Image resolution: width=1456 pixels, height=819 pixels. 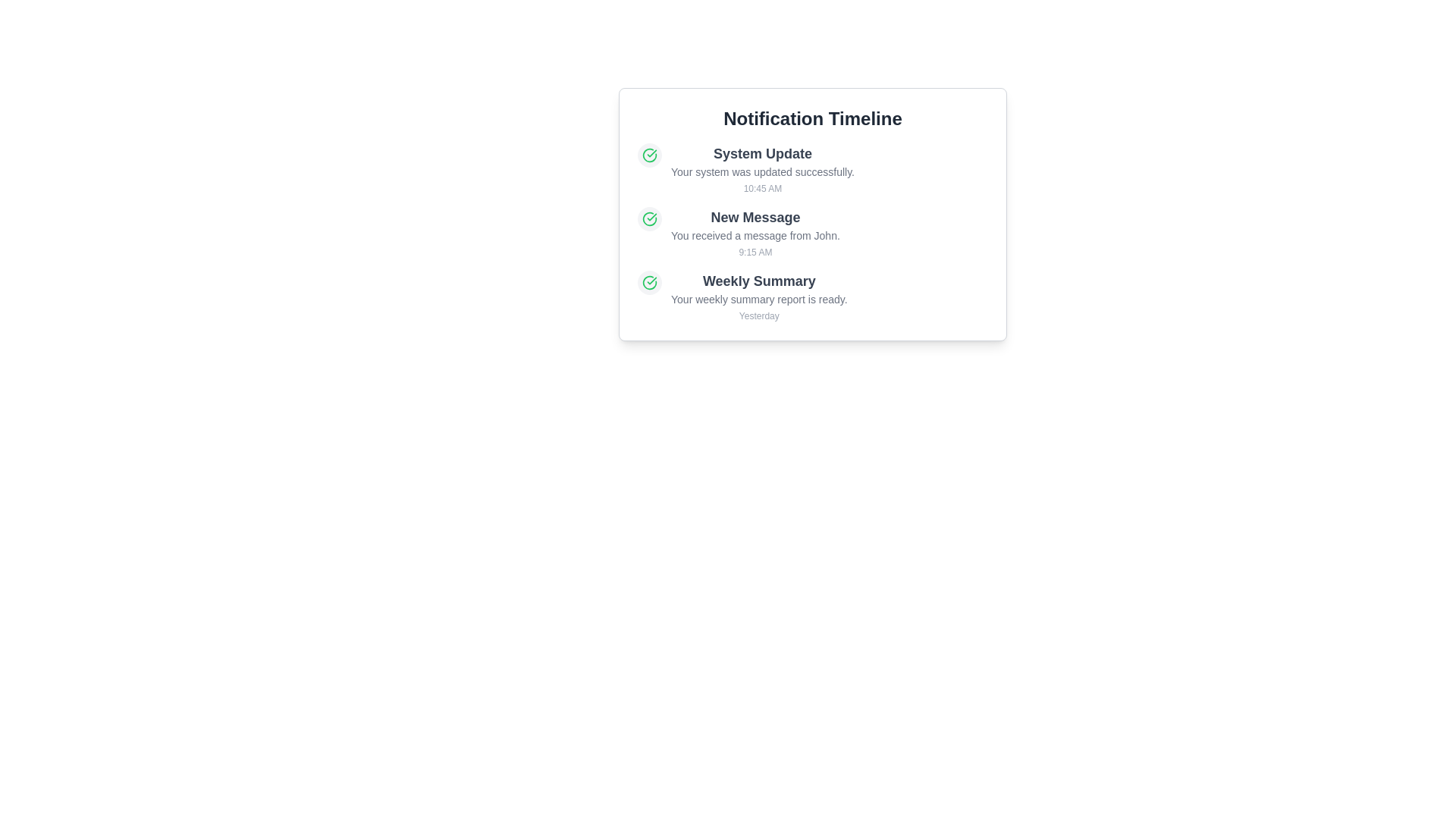 What do you see at coordinates (650, 219) in the screenshot?
I see `the first circular icon representing the successful update status of the system, located to the left of the 'System Update' notification text in the timeline interface` at bounding box center [650, 219].